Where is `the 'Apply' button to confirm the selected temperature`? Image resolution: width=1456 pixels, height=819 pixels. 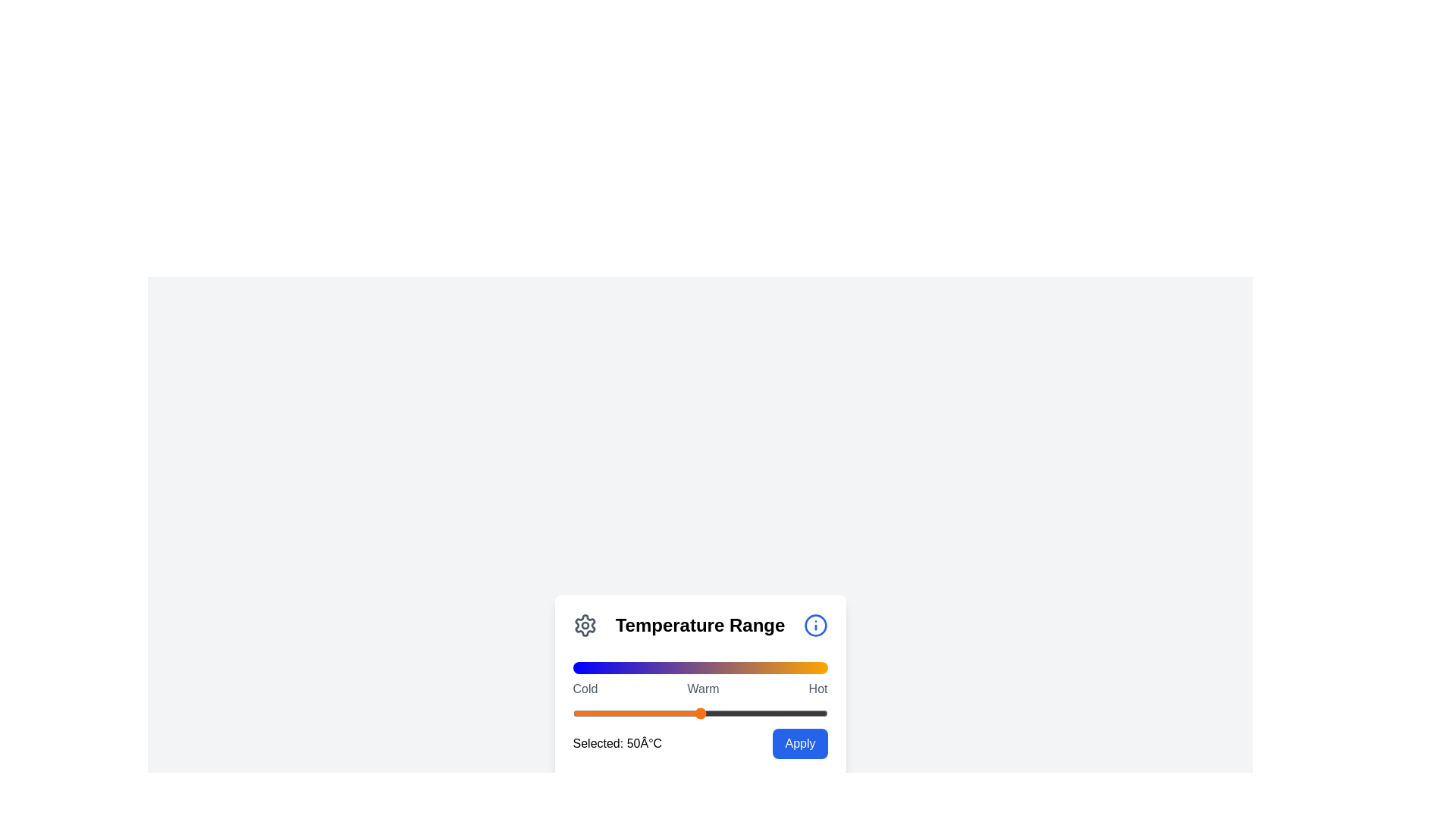 the 'Apply' button to confirm the selected temperature is located at coordinates (799, 742).